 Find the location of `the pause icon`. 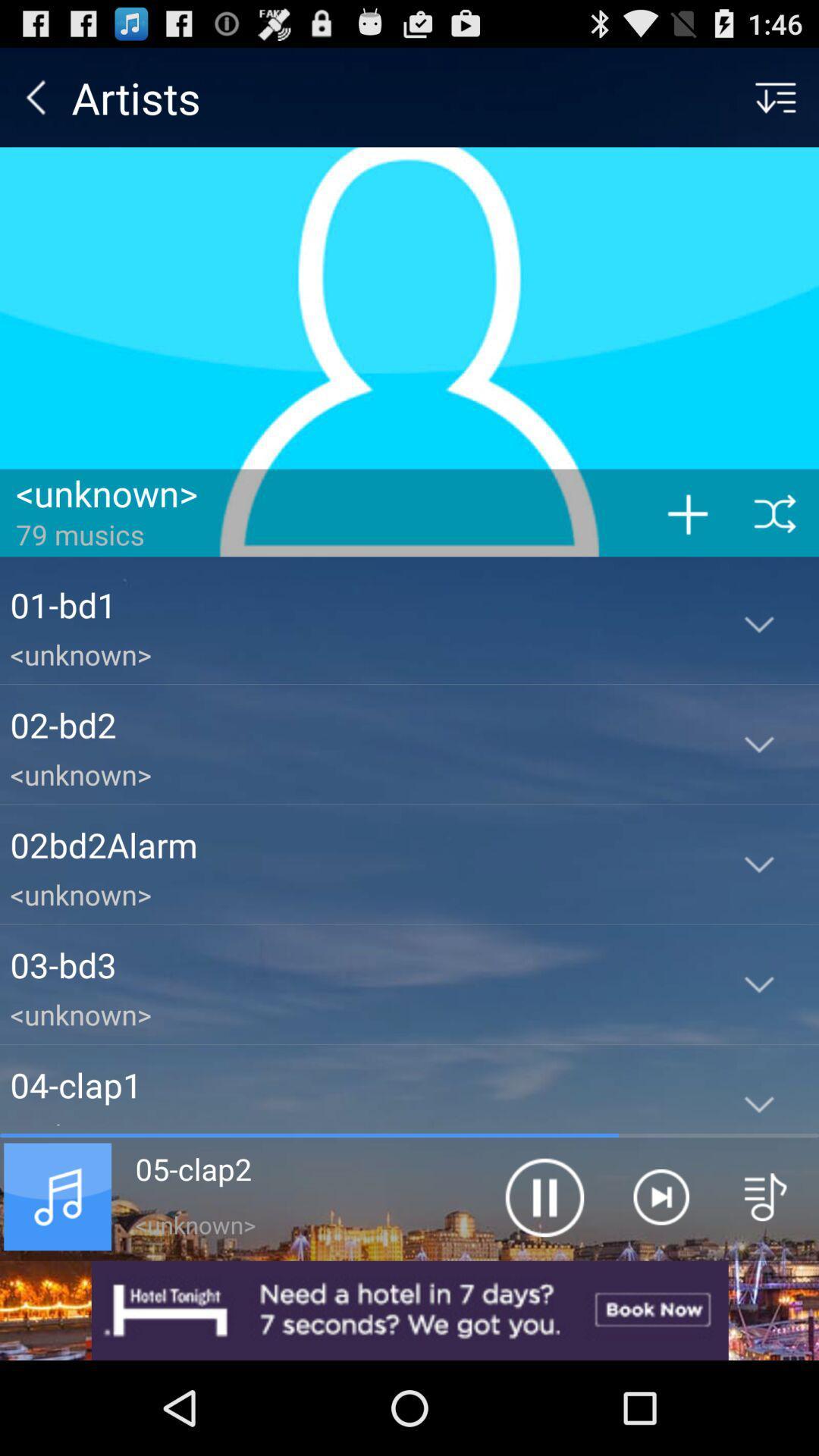

the pause icon is located at coordinates (543, 1280).